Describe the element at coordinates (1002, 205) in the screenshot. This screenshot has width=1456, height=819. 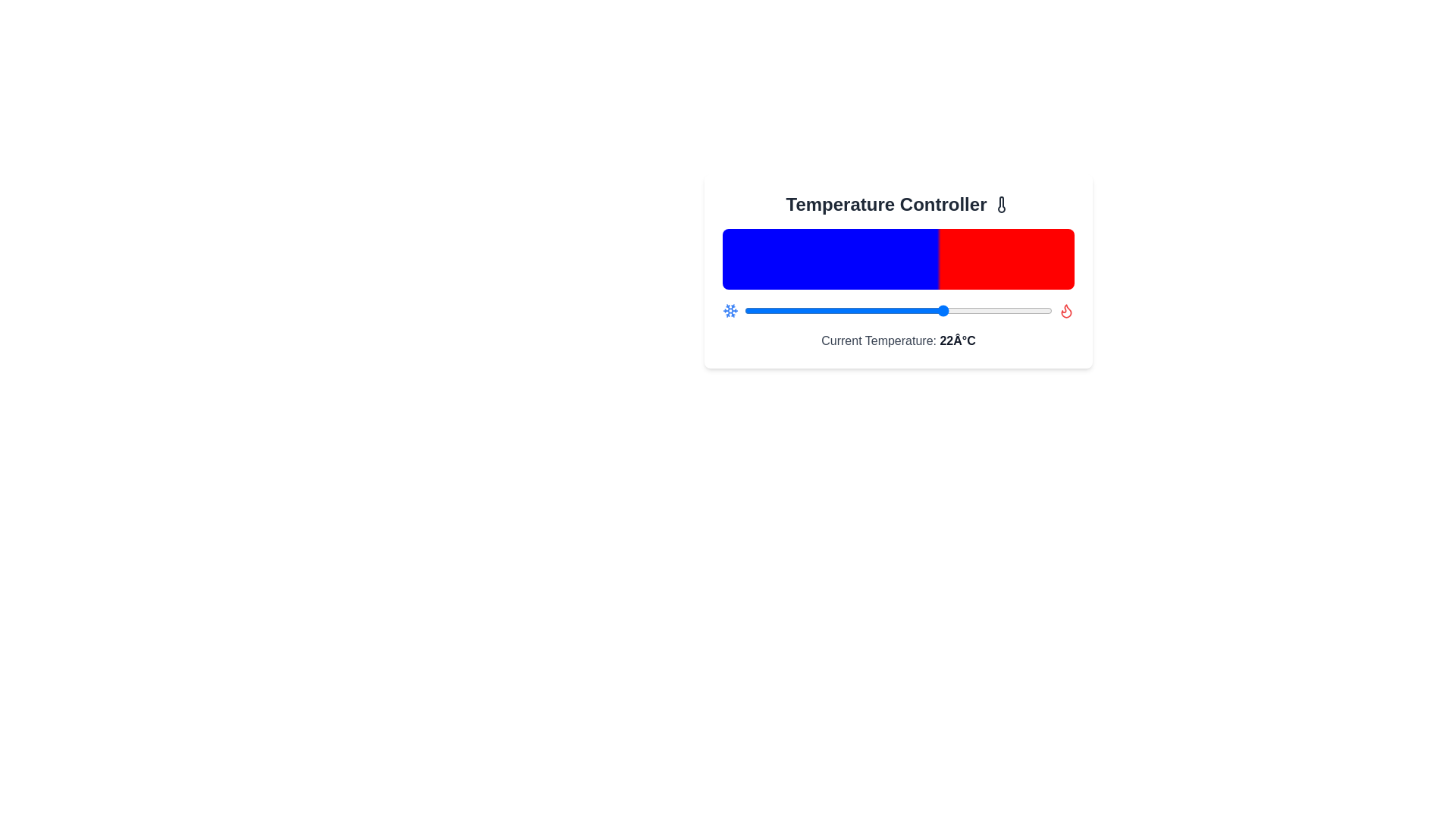
I see `the thermometer icon to interact with it` at that location.